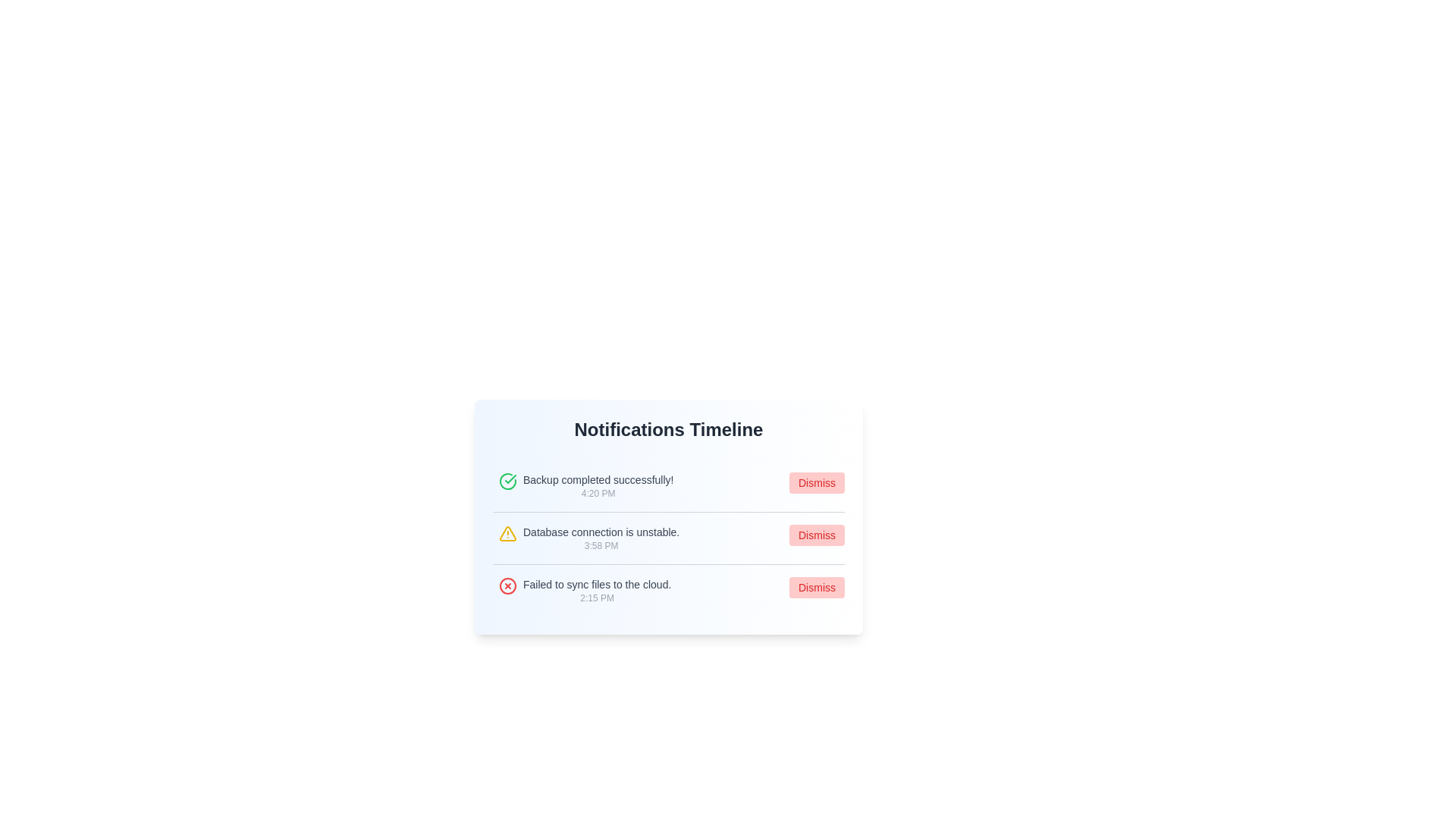 The width and height of the screenshot is (1456, 819). Describe the element at coordinates (816, 587) in the screenshot. I see `the 'Dismiss' button with small, bold red text located on the right side of the notification panel` at that location.